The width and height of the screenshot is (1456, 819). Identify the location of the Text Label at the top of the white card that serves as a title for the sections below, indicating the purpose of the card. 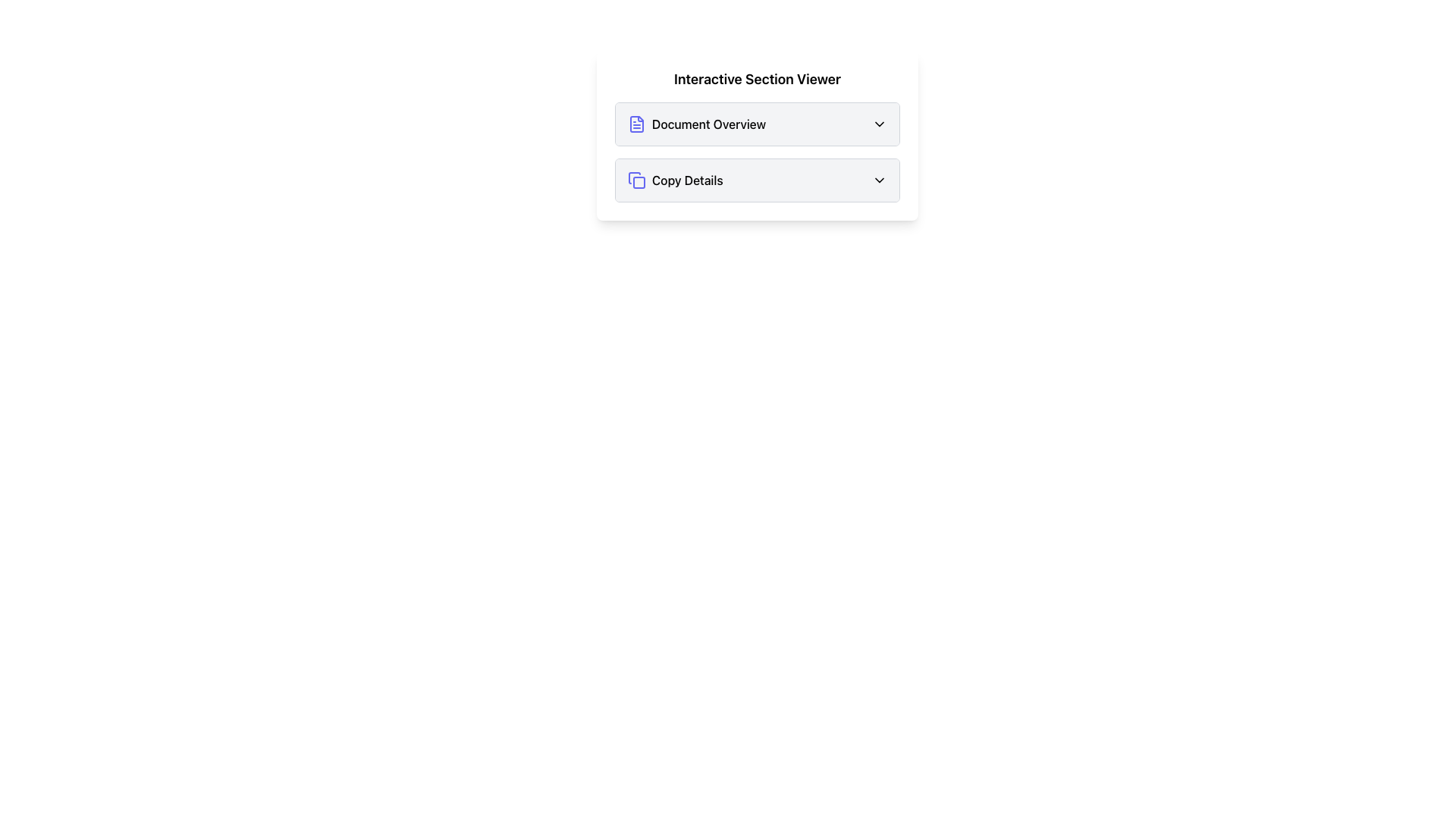
(757, 79).